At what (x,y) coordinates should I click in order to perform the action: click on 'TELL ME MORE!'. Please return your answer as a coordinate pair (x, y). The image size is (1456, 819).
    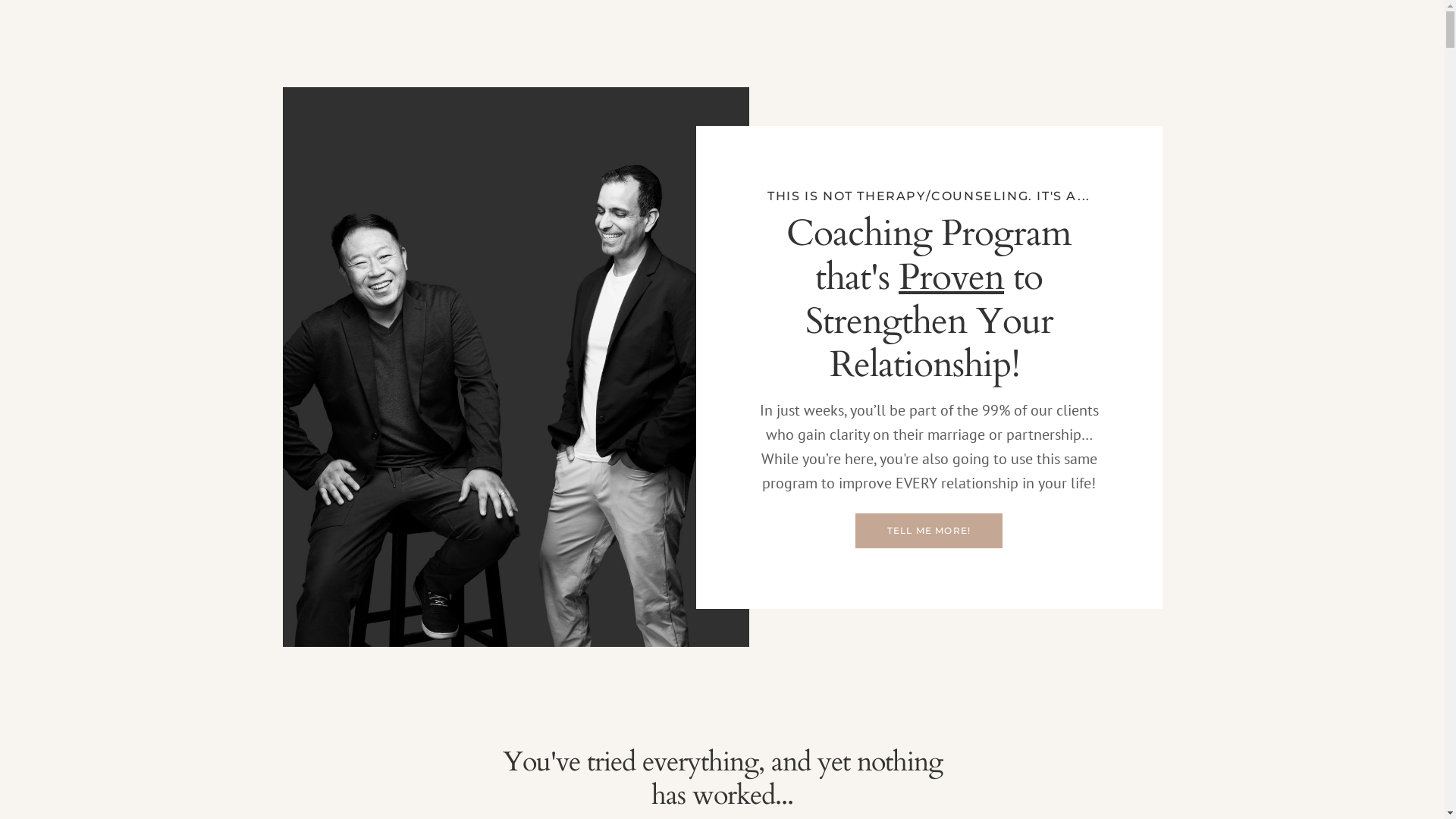
    Looking at the image, I should click on (928, 529).